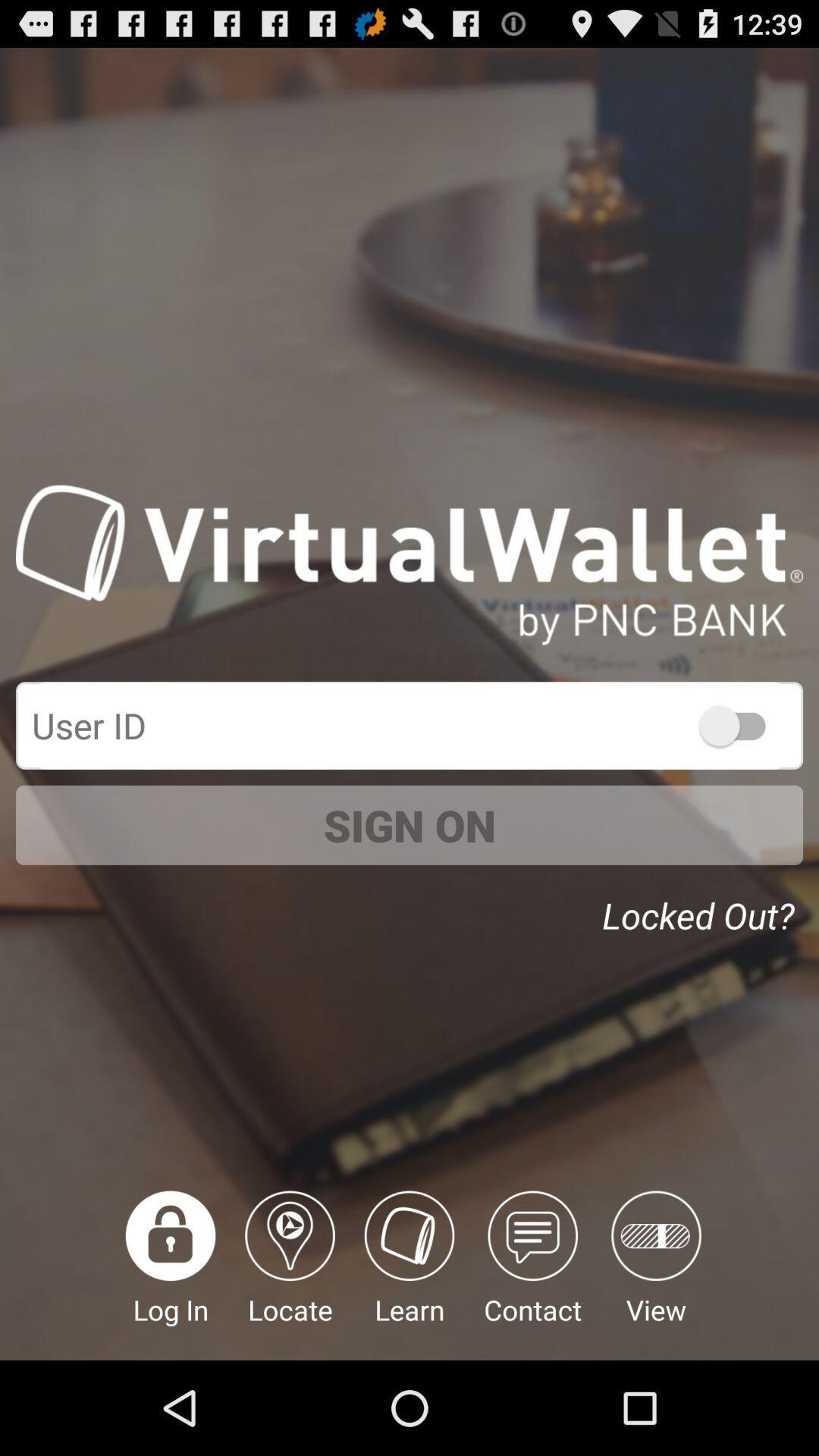 The height and width of the screenshot is (1456, 819). Describe the element at coordinates (409, 1275) in the screenshot. I see `learn` at that location.